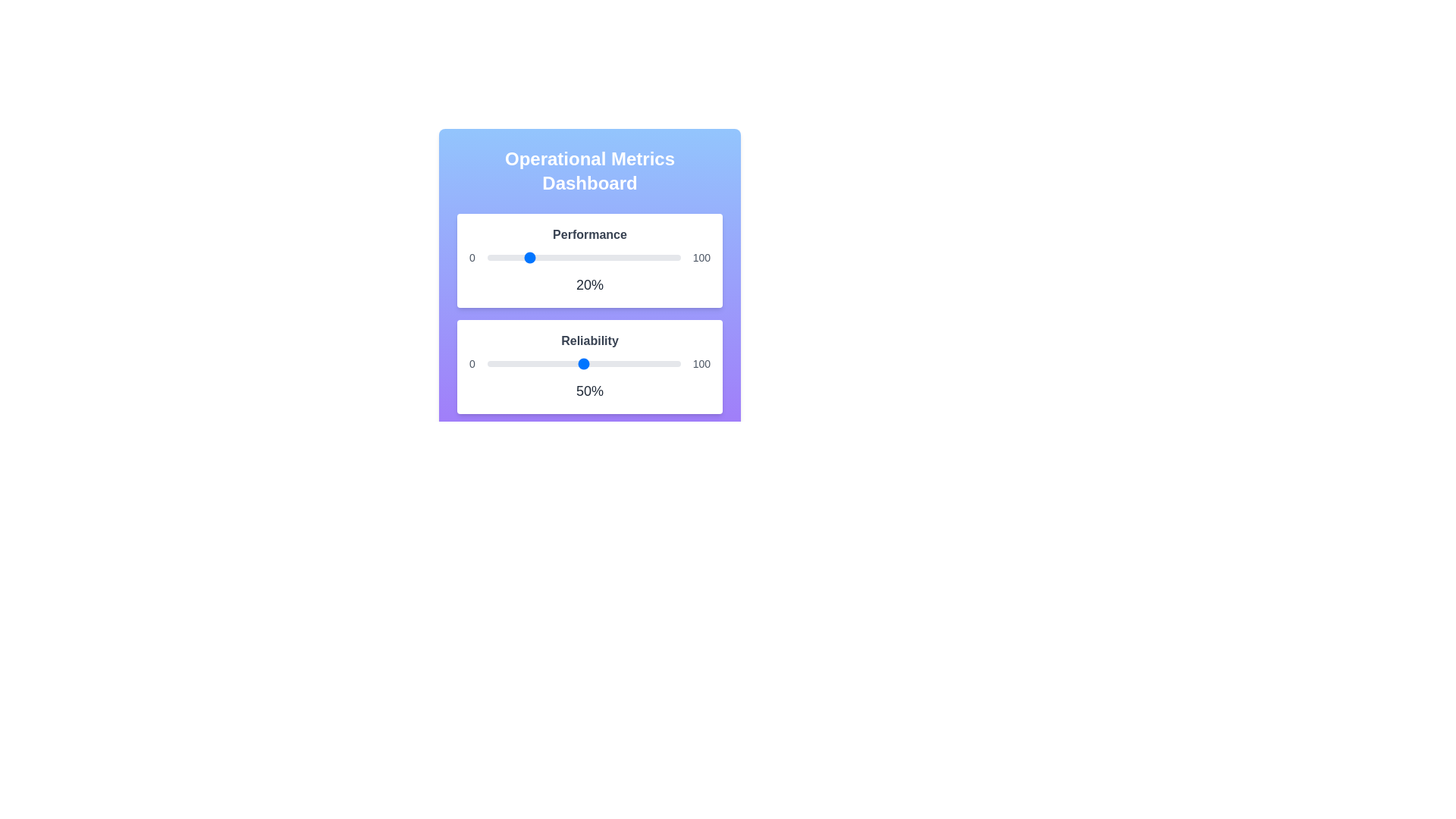  Describe the element at coordinates (648, 363) in the screenshot. I see `the reliability value` at that location.